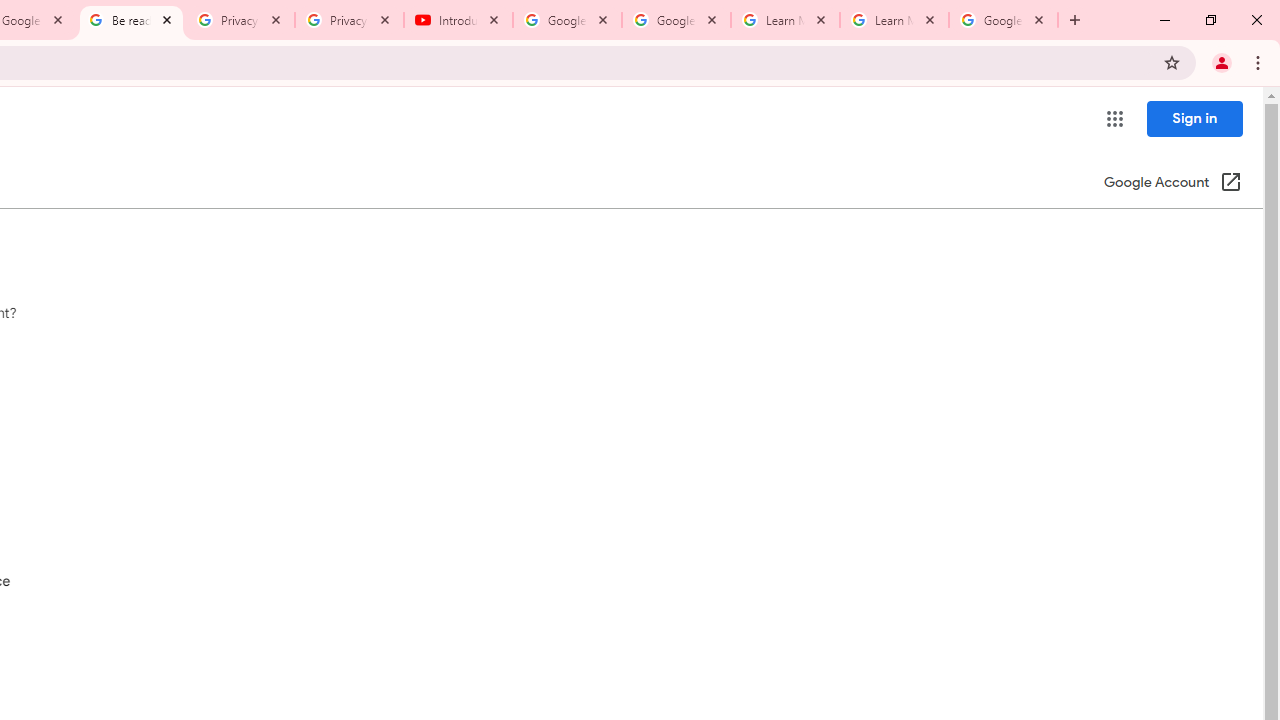 This screenshot has height=720, width=1280. Describe the element at coordinates (1173, 183) in the screenshot. I see `'Google Account (Open in a new window)'` at that location.